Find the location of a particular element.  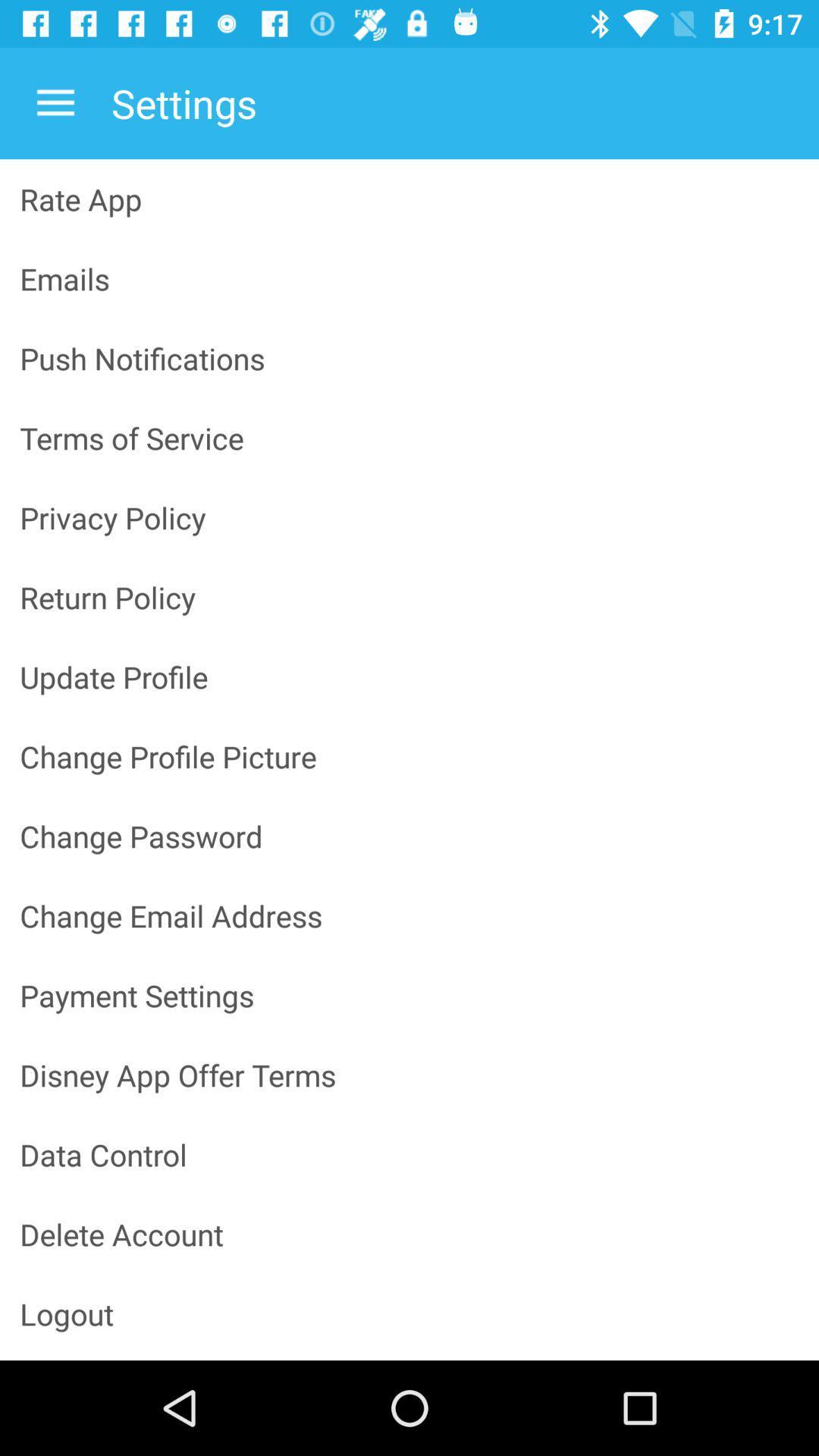

icon below emails is located at coordinates (409, 357).